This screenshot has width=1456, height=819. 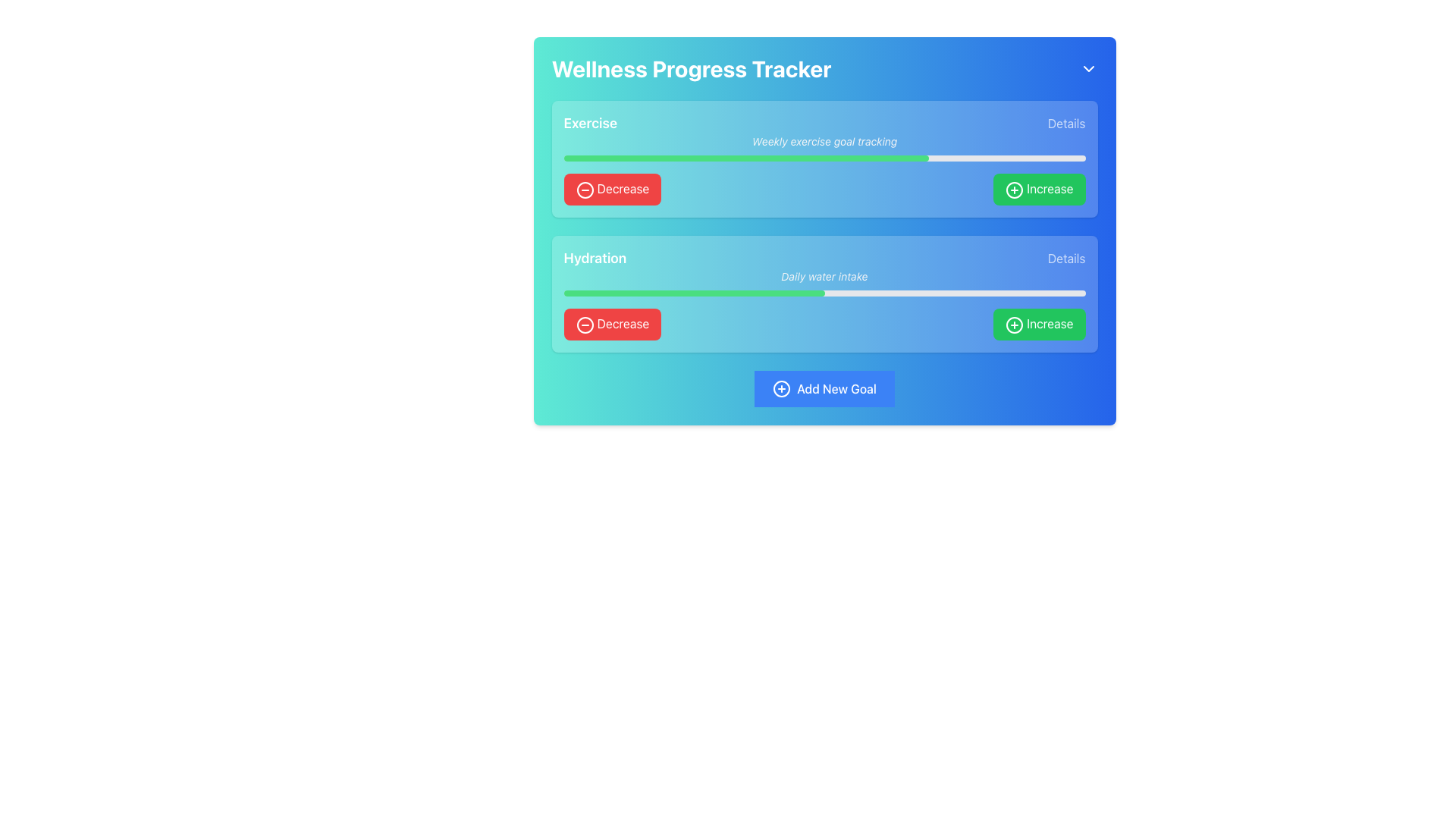 I want to click on the static text element labeled 'Hydration' which serves as a heading for daily water intake goals, so click(x=594, y=257).